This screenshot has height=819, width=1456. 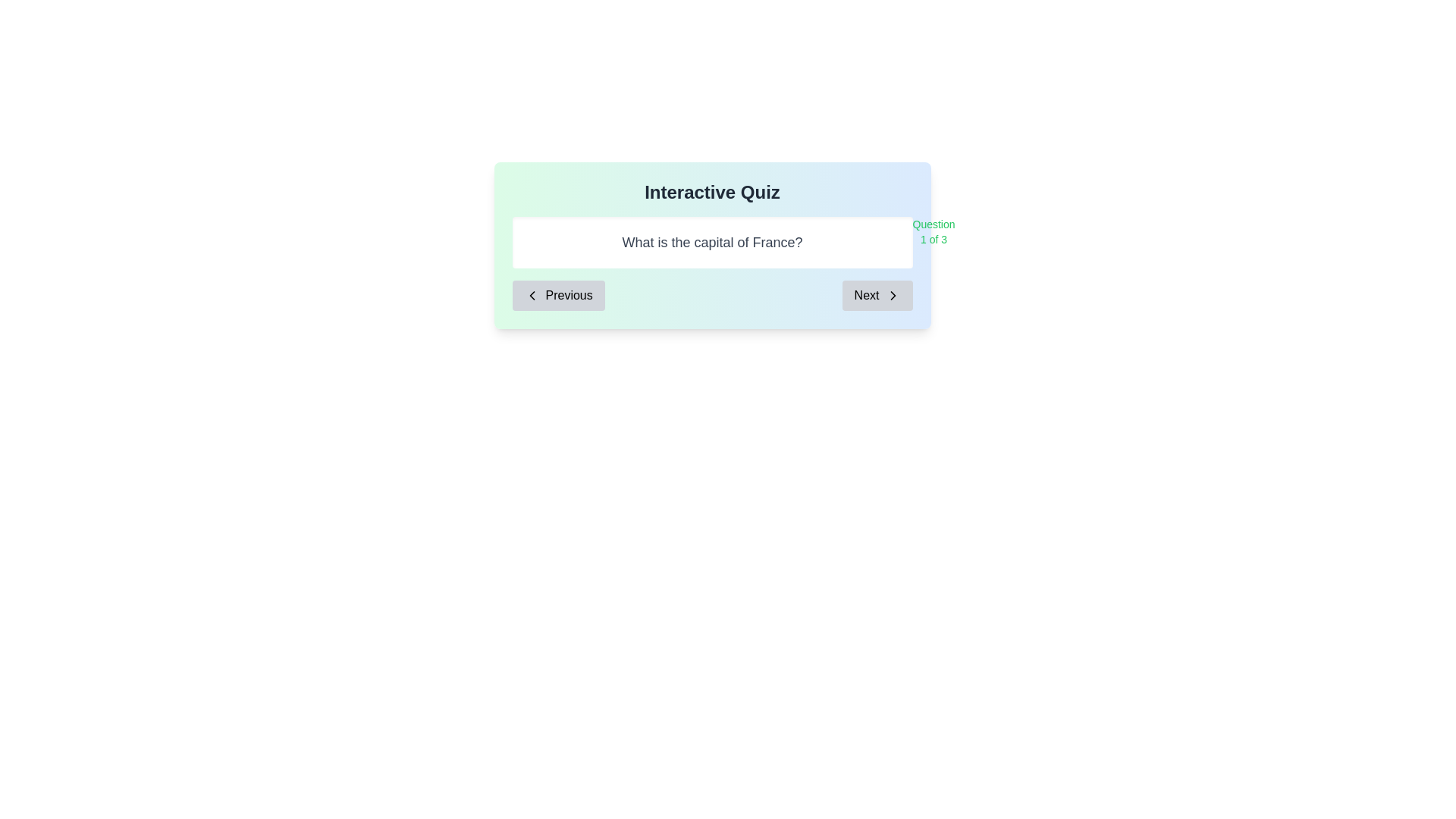 I want to click on the 'Next' button, which features a chevron icon indicating forward movement, so click(x=893, y=295).